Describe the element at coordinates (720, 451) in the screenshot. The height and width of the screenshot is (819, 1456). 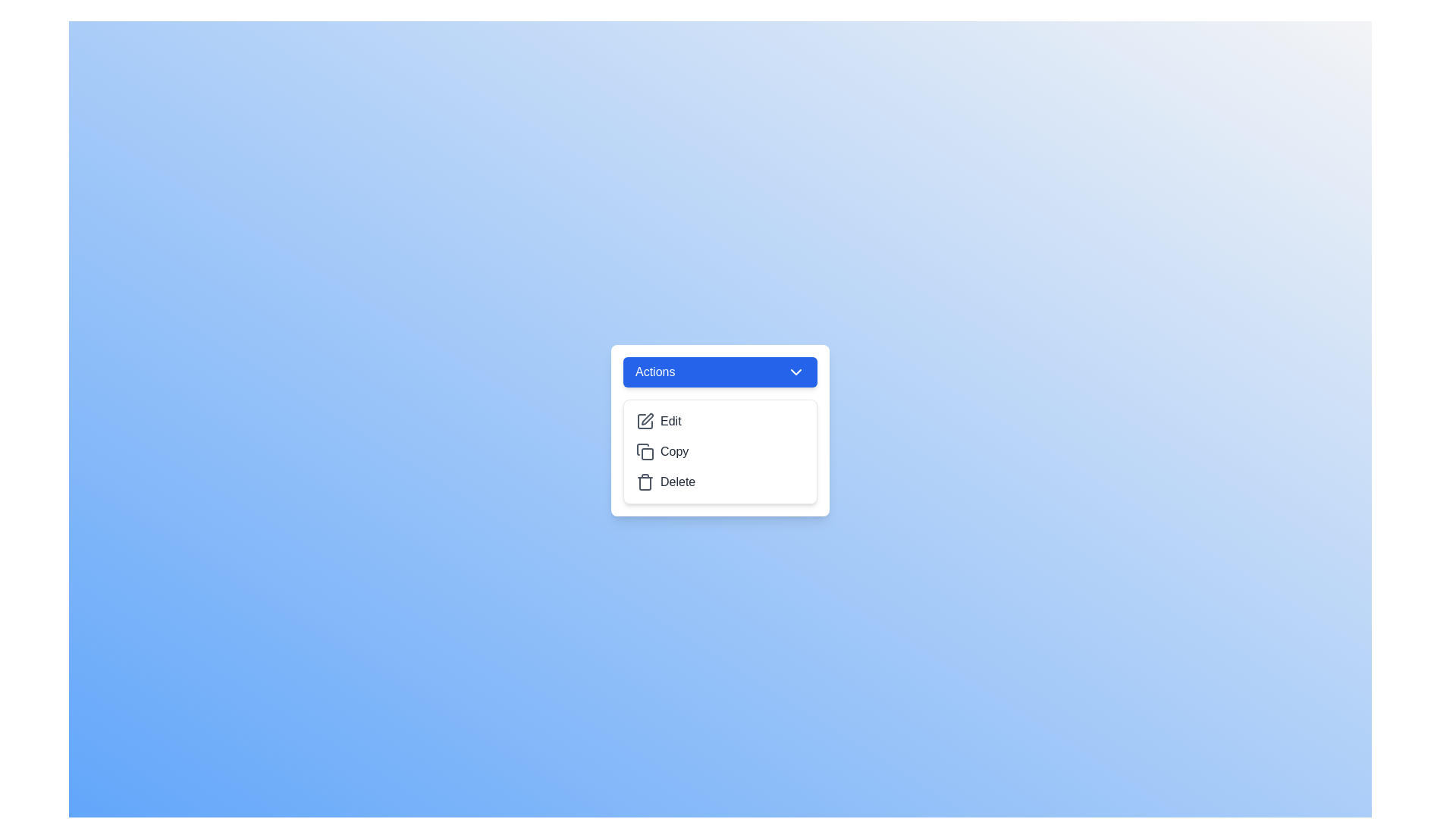
I see `the 'Copy' option in the dropdown menu located directly below the 'Actions' button and aligned centrally in the modal` at that location.